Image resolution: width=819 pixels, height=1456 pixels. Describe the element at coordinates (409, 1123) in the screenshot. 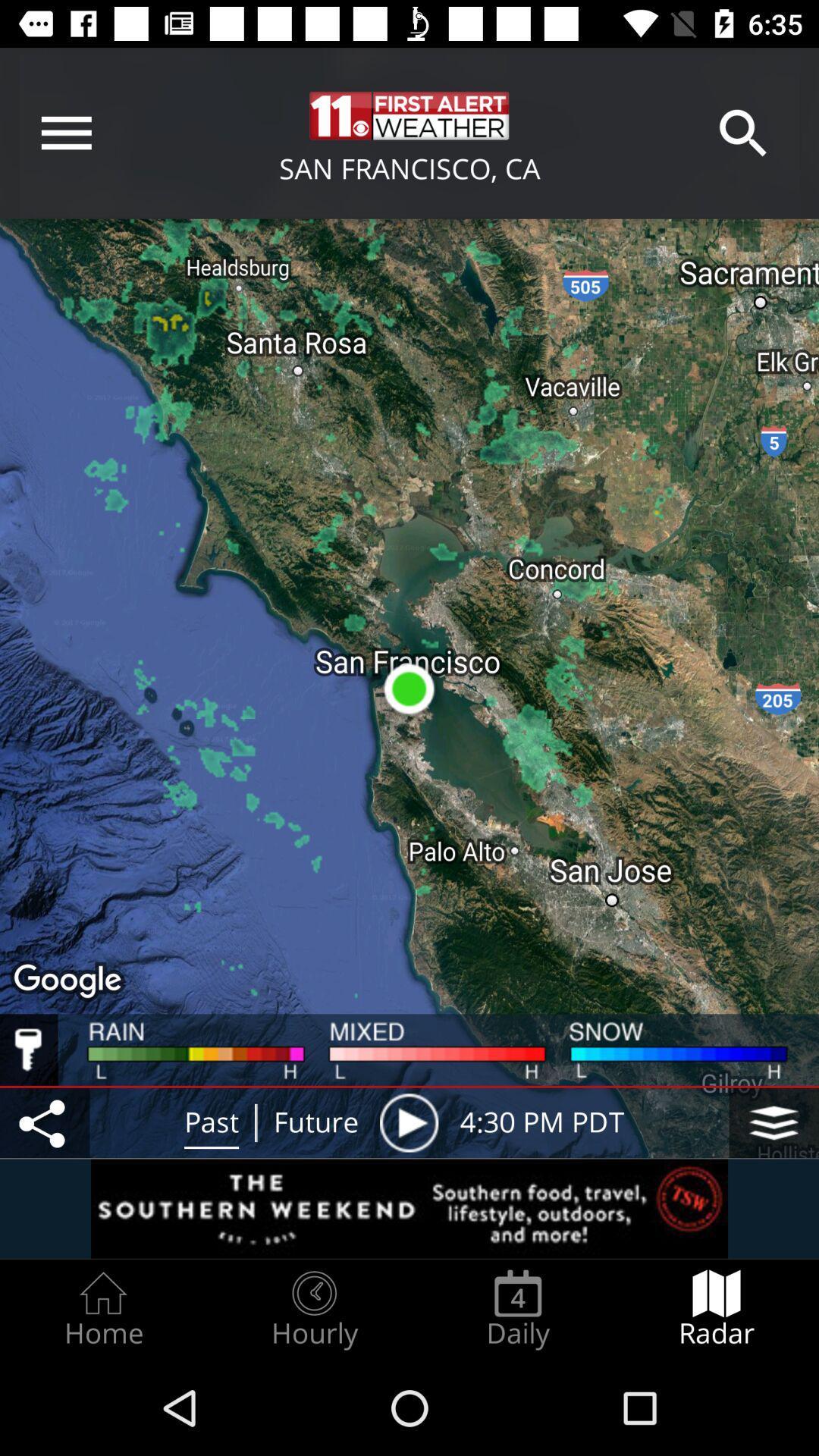

I see `play button behind the future  icon` at that location.